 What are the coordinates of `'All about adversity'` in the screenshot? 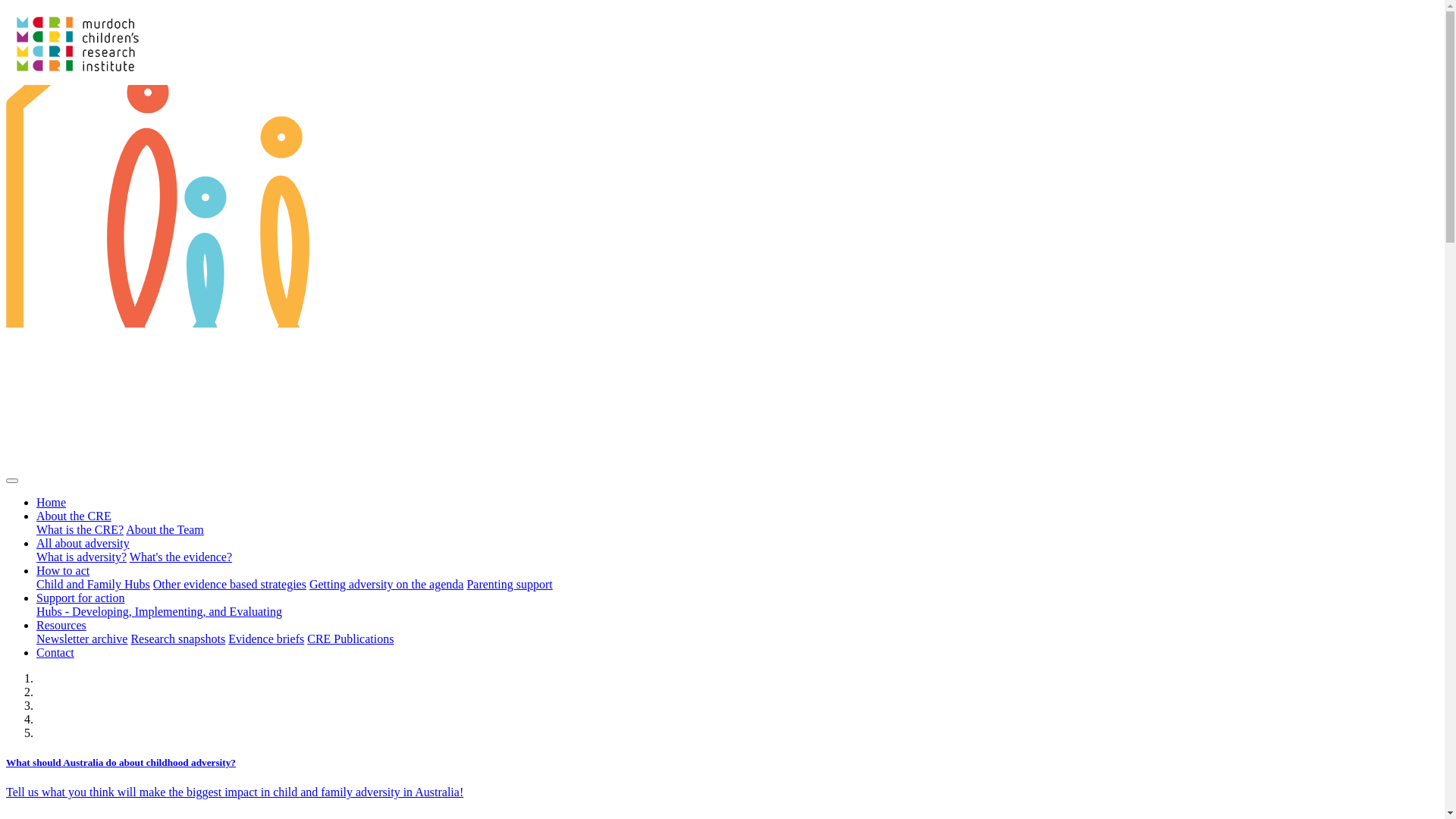 It's located at (82, 542).